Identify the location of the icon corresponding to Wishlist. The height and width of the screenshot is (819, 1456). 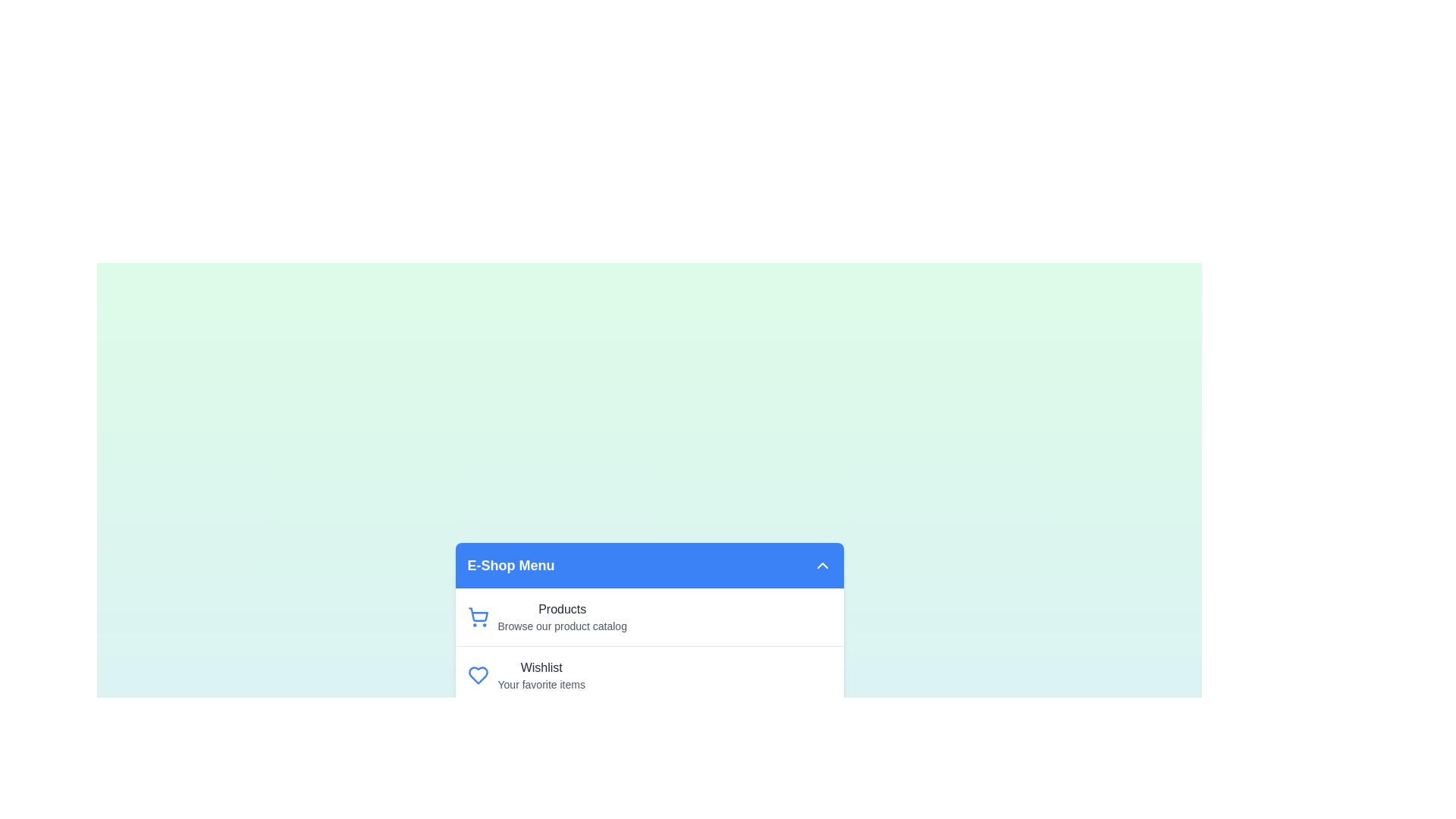
(477, 675).